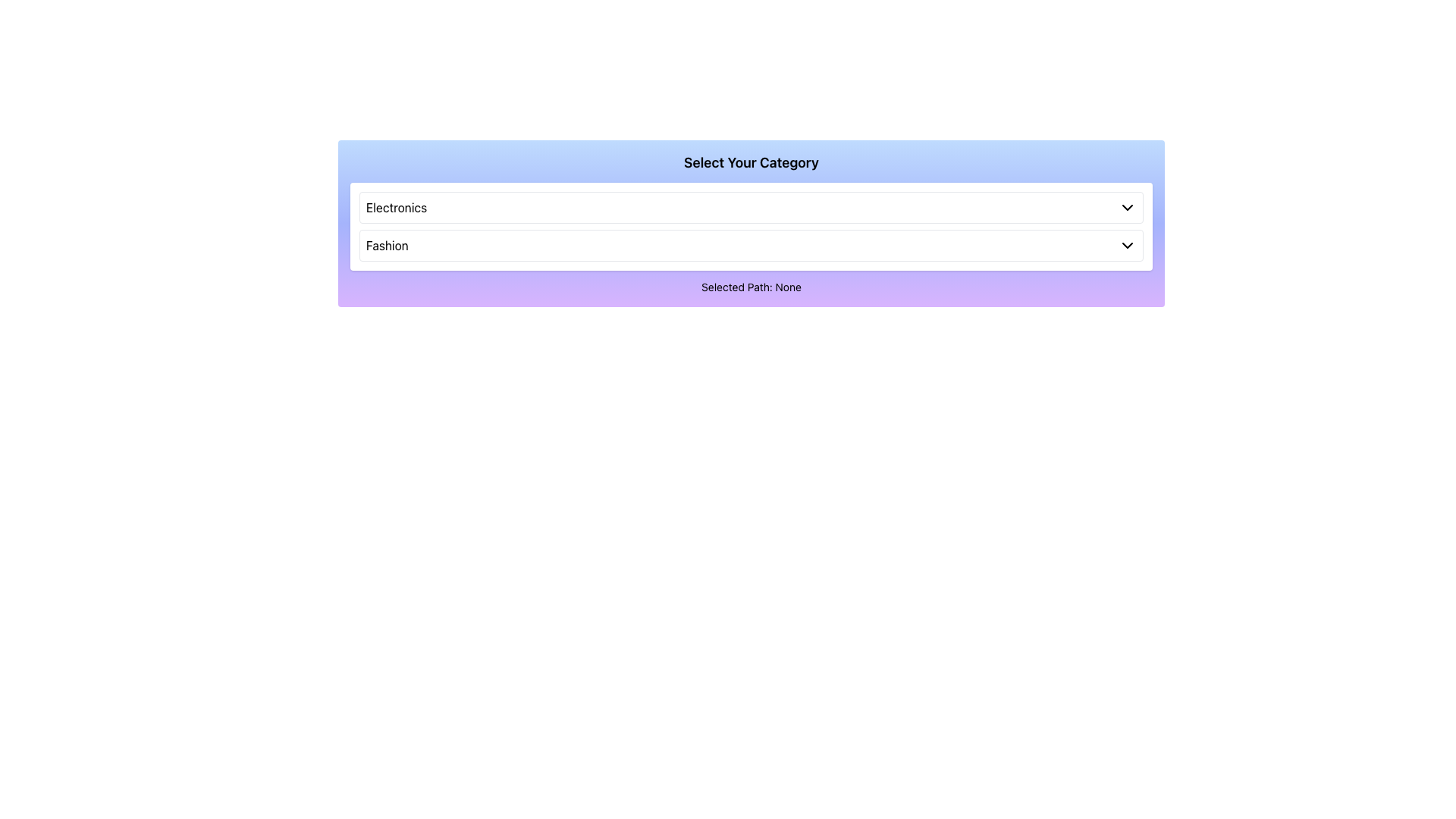 The width and height of the screenshot is (1456, 819). I want to click on the downward-pointing chevron icon located to the far right of the 'Fashion' selection area, so click(1128, 245).